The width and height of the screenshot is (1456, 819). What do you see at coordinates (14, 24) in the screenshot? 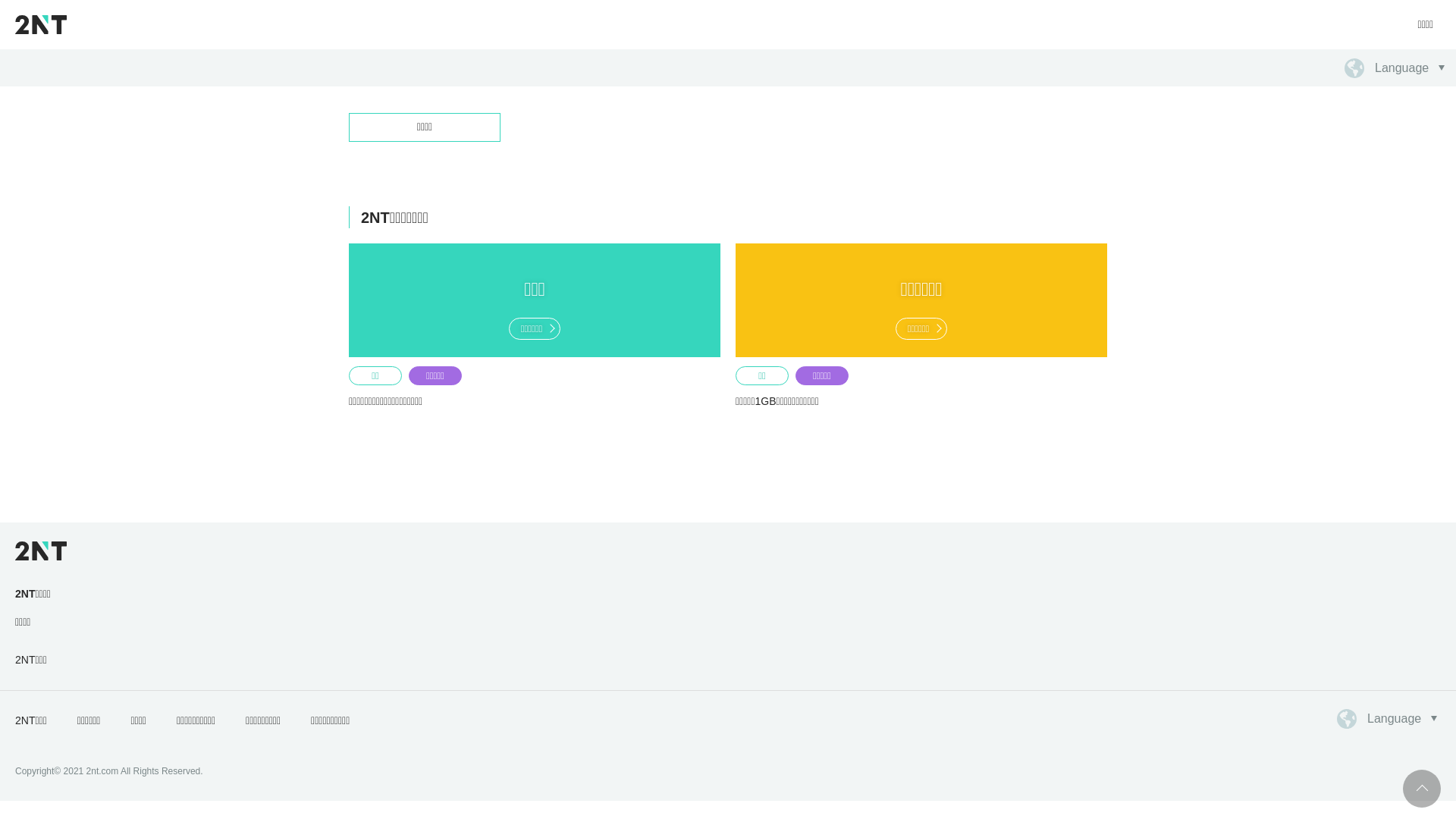
I see `'2NT'` at bounding box center [14, 24].